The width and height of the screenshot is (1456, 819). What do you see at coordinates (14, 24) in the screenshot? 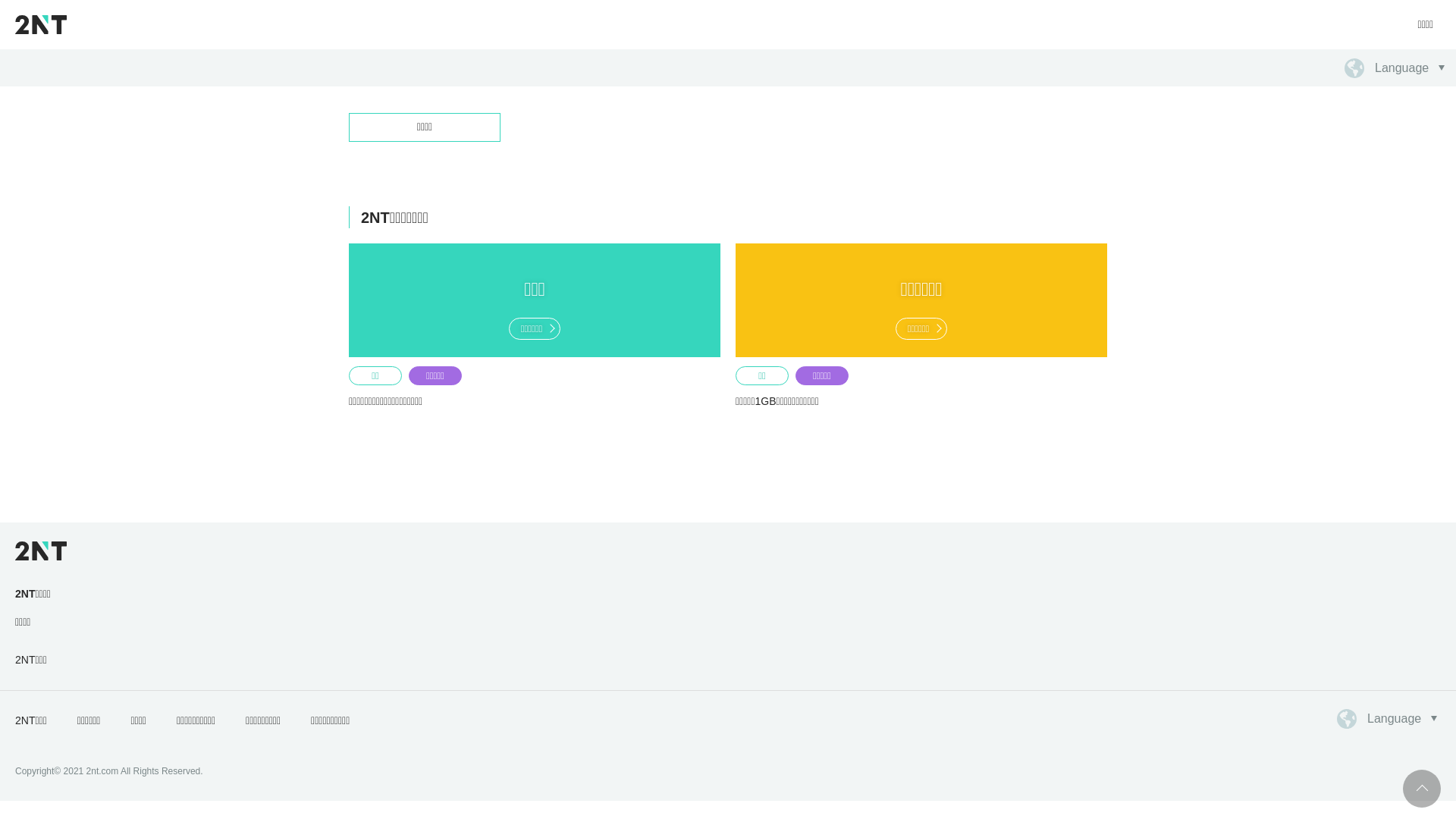
I see `'2NT'` at bounding box center [14, 24].